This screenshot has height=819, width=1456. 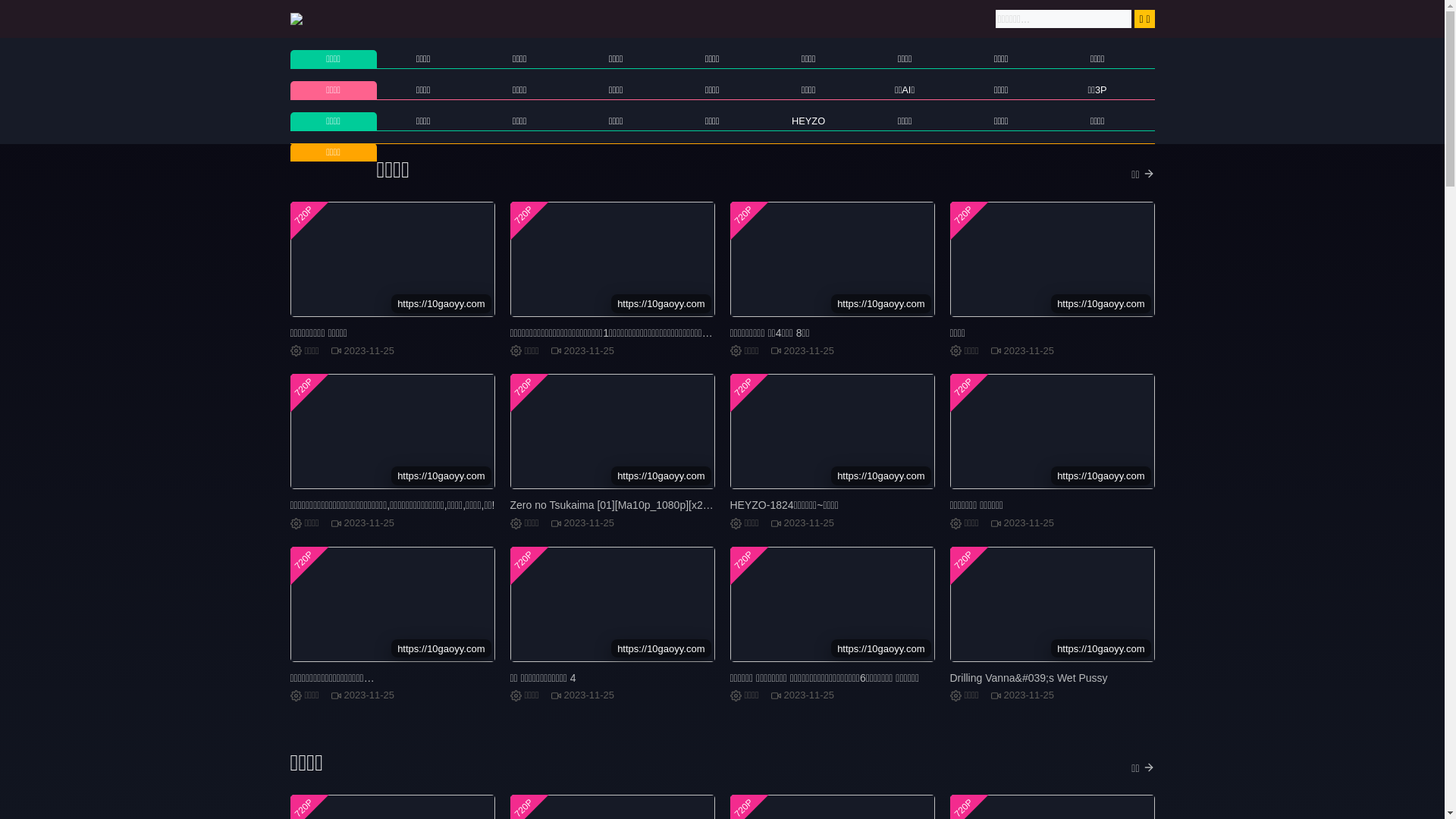 I want to click on '720P, so click(x=1051, y=259).